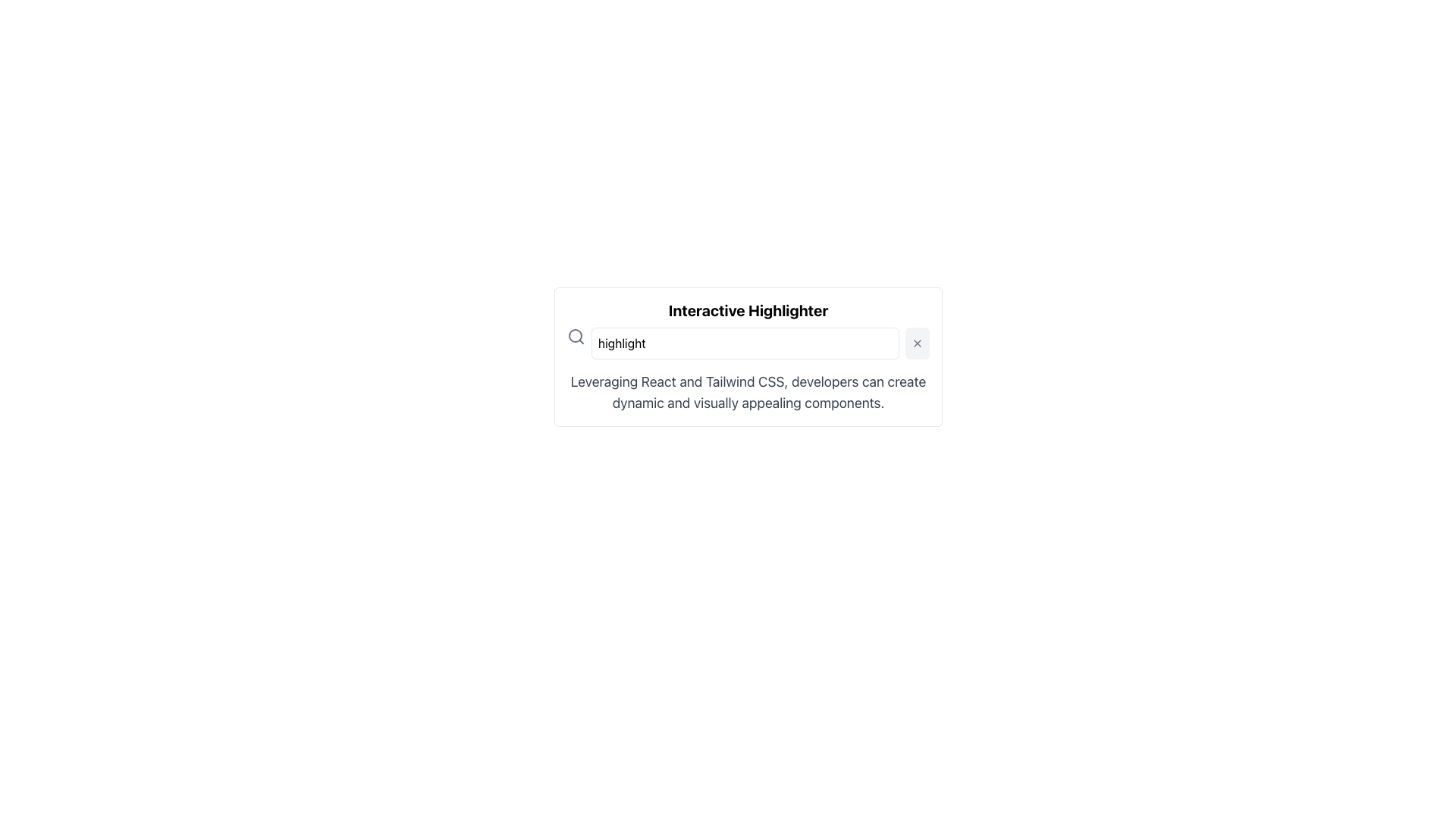 This screenshot has width=1456, height=819. I want to click on the small gray 'X' icon, so click(916, 343).